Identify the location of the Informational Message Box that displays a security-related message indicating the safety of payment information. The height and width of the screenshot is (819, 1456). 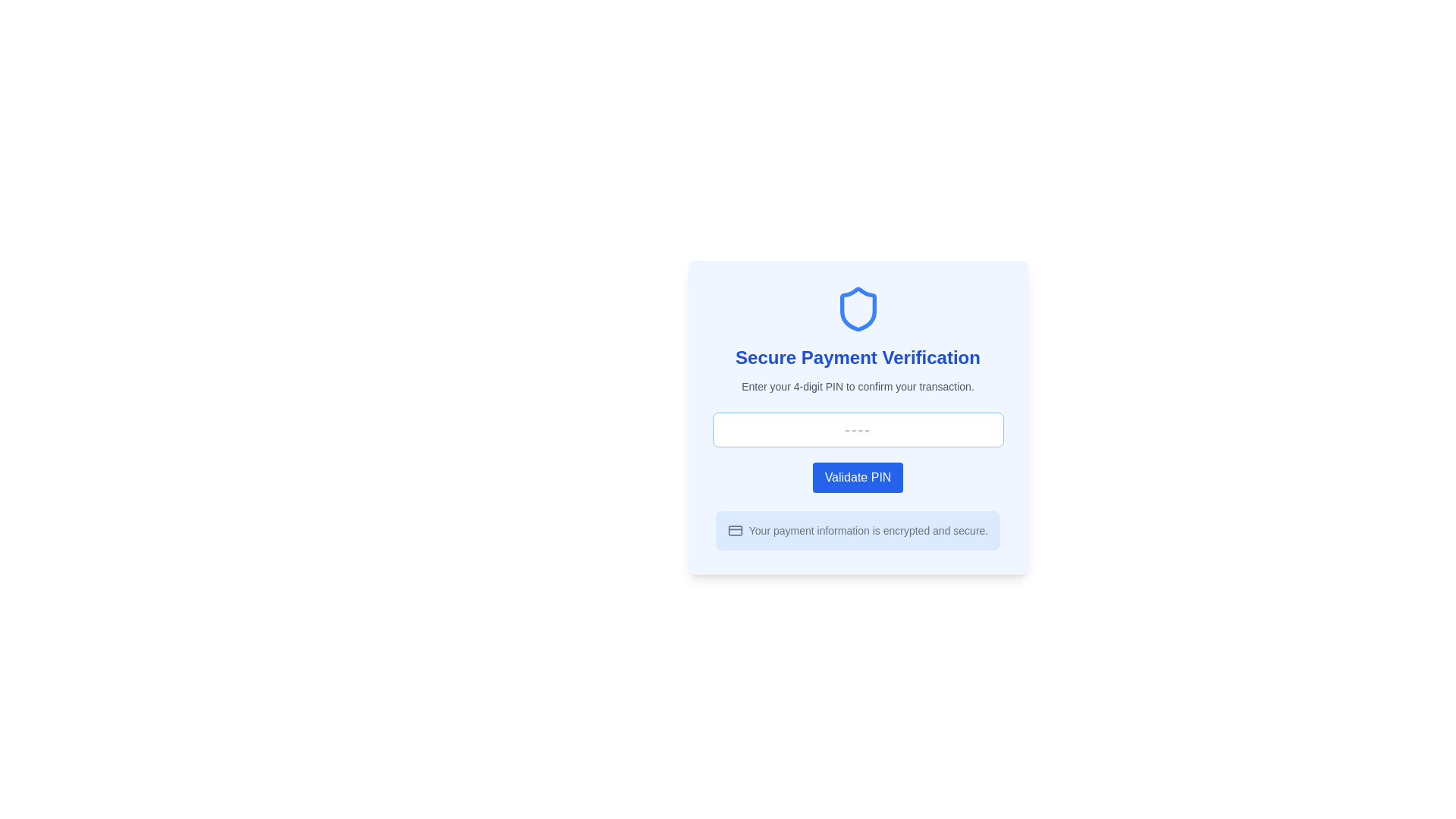
(858, 529).